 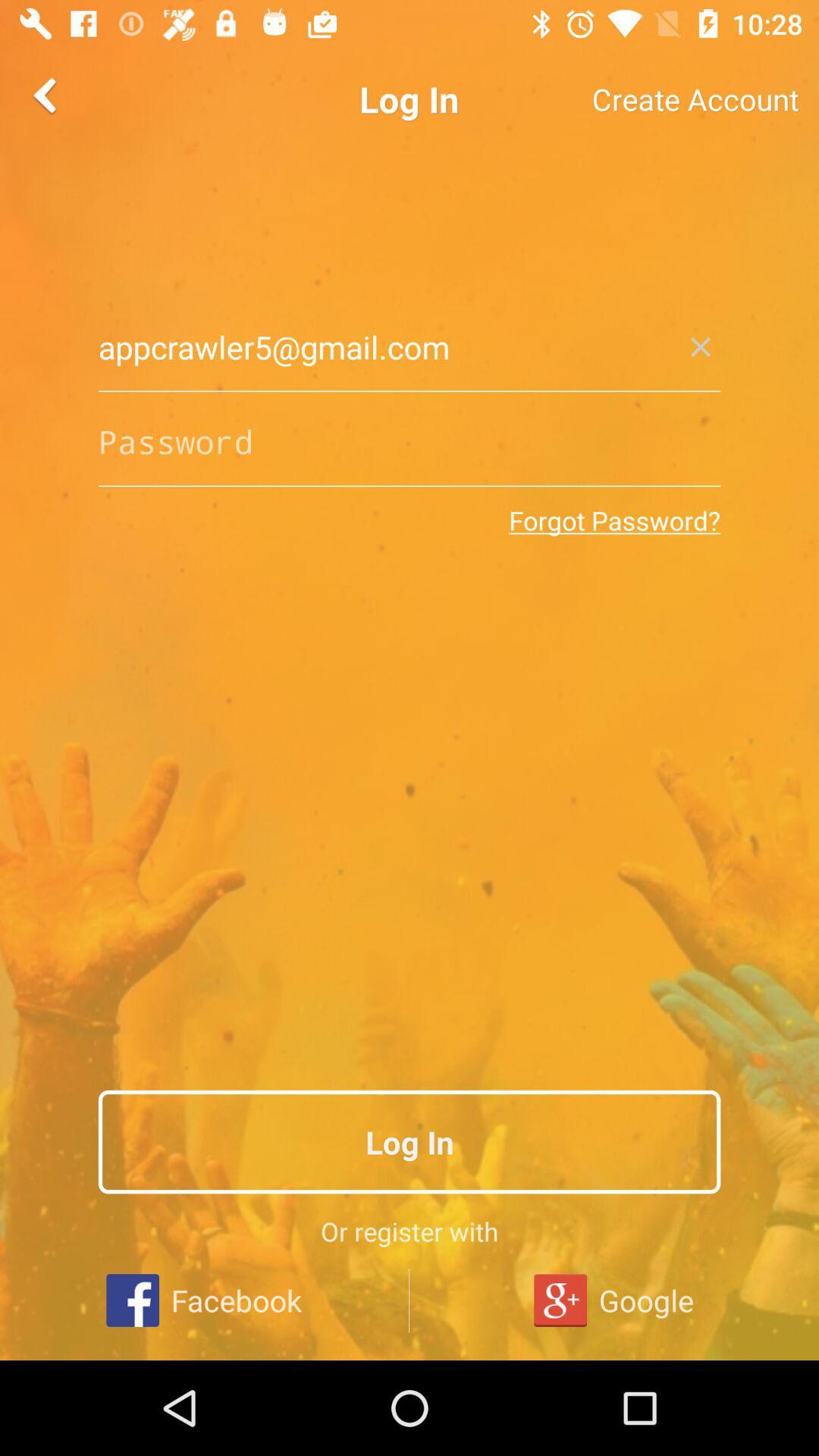 What do you see at coordinates (46, 94) in the screenshot?
I see `the arrow_backward icon` at bounding box center [46, 94].